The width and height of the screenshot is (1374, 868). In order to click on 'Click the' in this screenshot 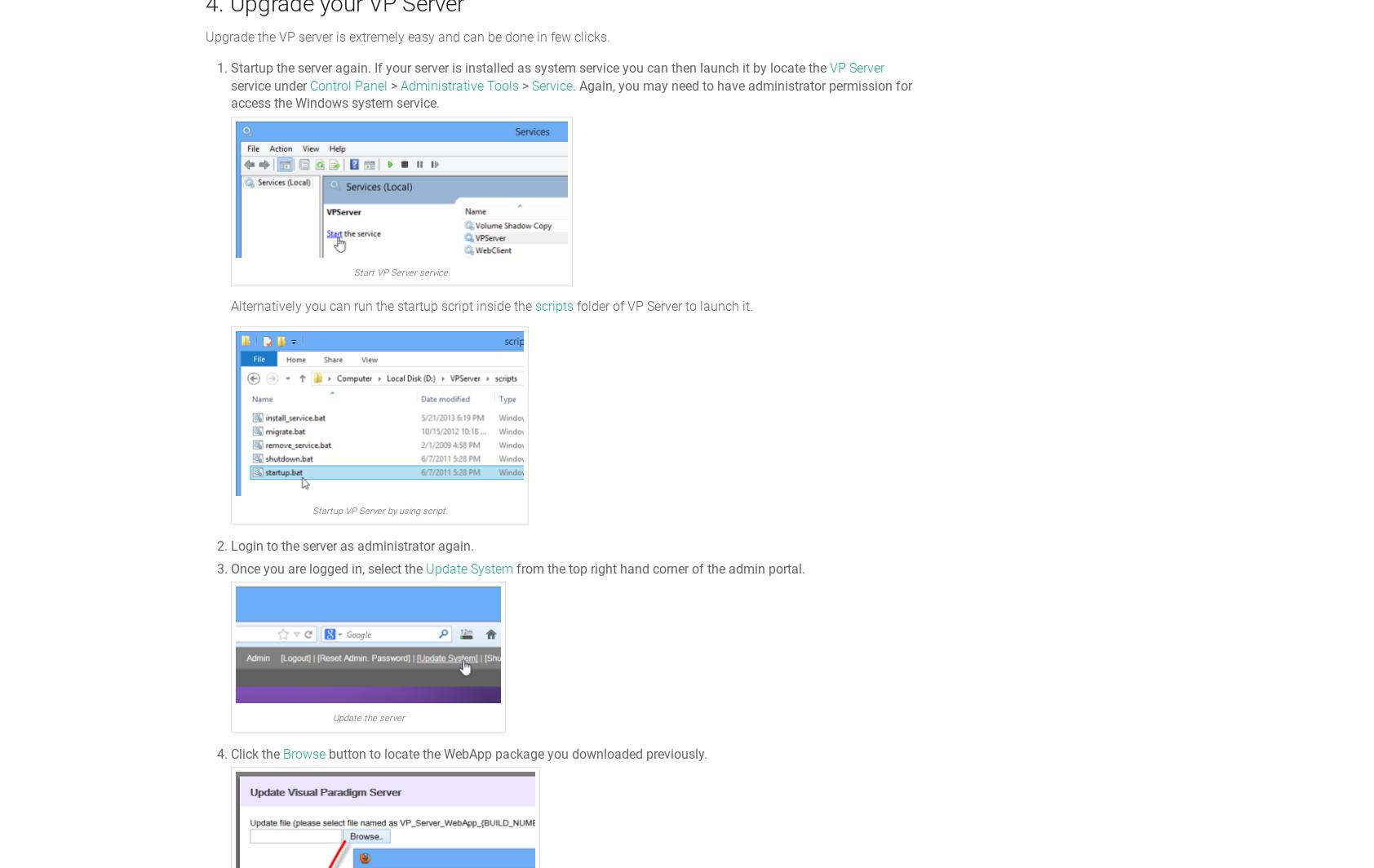, I will do `click(231, 752)`.